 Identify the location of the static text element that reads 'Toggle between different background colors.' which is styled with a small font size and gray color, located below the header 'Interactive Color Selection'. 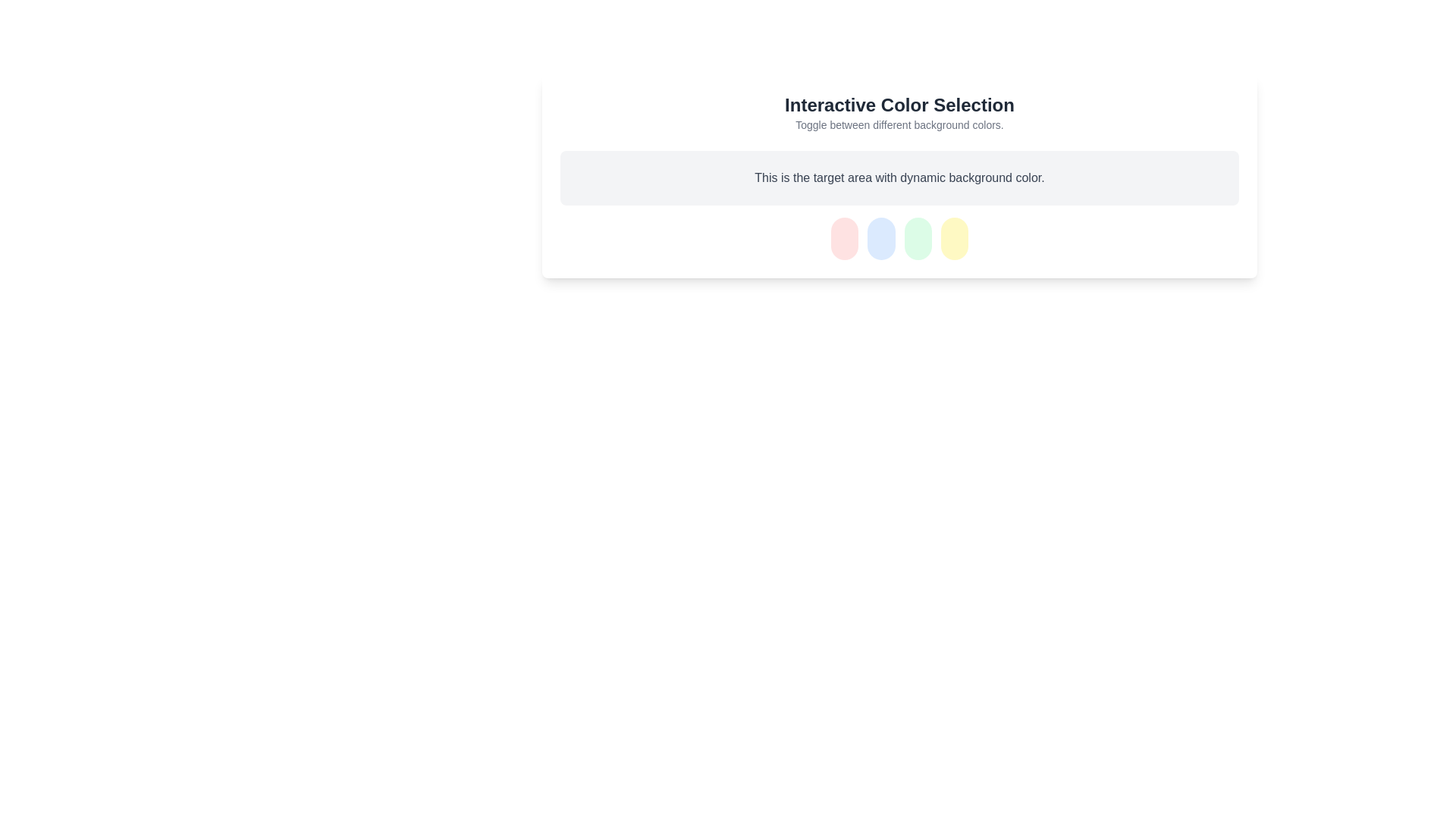
(899, 124).